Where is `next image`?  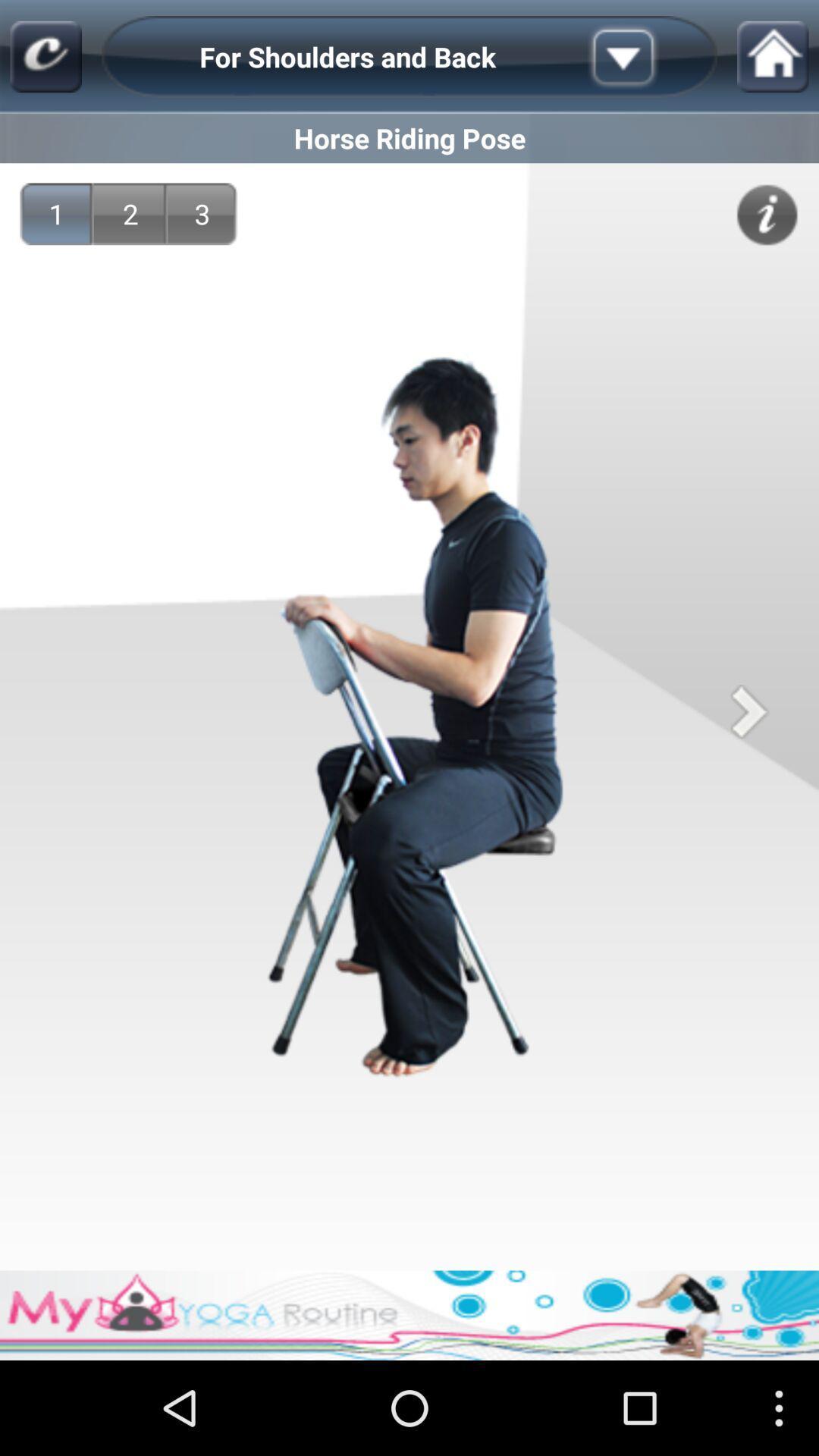 next image is located at coordinates (748, 711).